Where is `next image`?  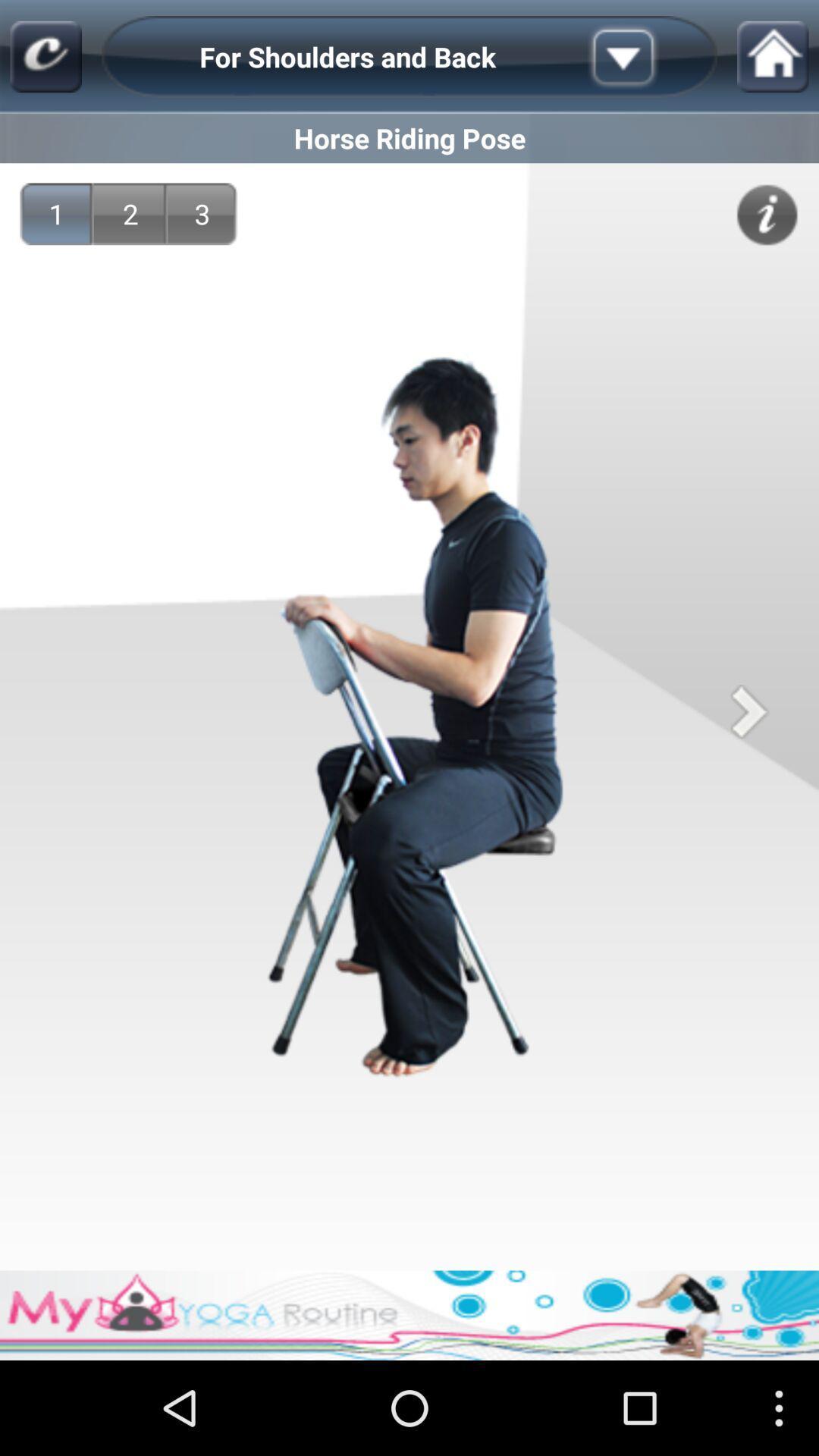 next image is located at coordinates (748, 711).